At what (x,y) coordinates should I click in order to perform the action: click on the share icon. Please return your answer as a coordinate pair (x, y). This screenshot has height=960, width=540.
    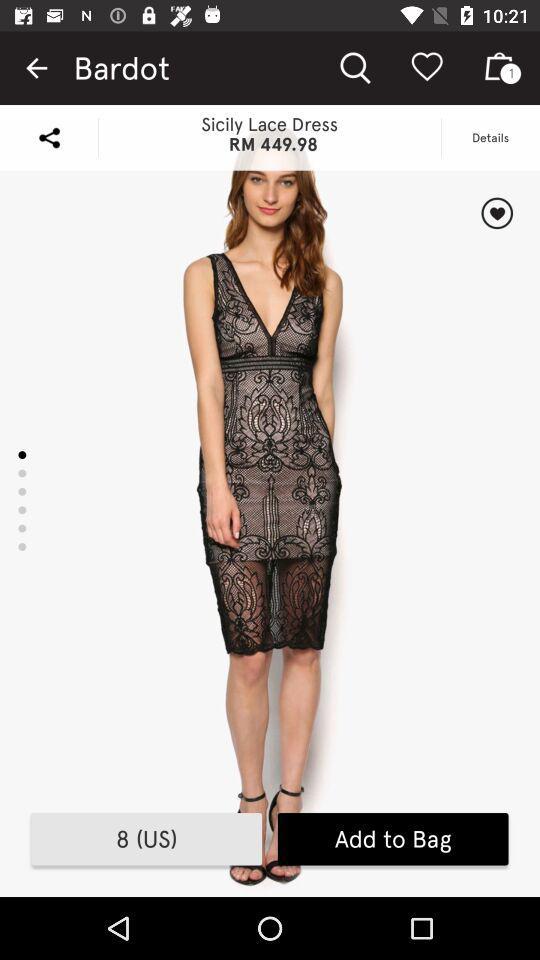
    Looking at the image, I should click on (49, 136).